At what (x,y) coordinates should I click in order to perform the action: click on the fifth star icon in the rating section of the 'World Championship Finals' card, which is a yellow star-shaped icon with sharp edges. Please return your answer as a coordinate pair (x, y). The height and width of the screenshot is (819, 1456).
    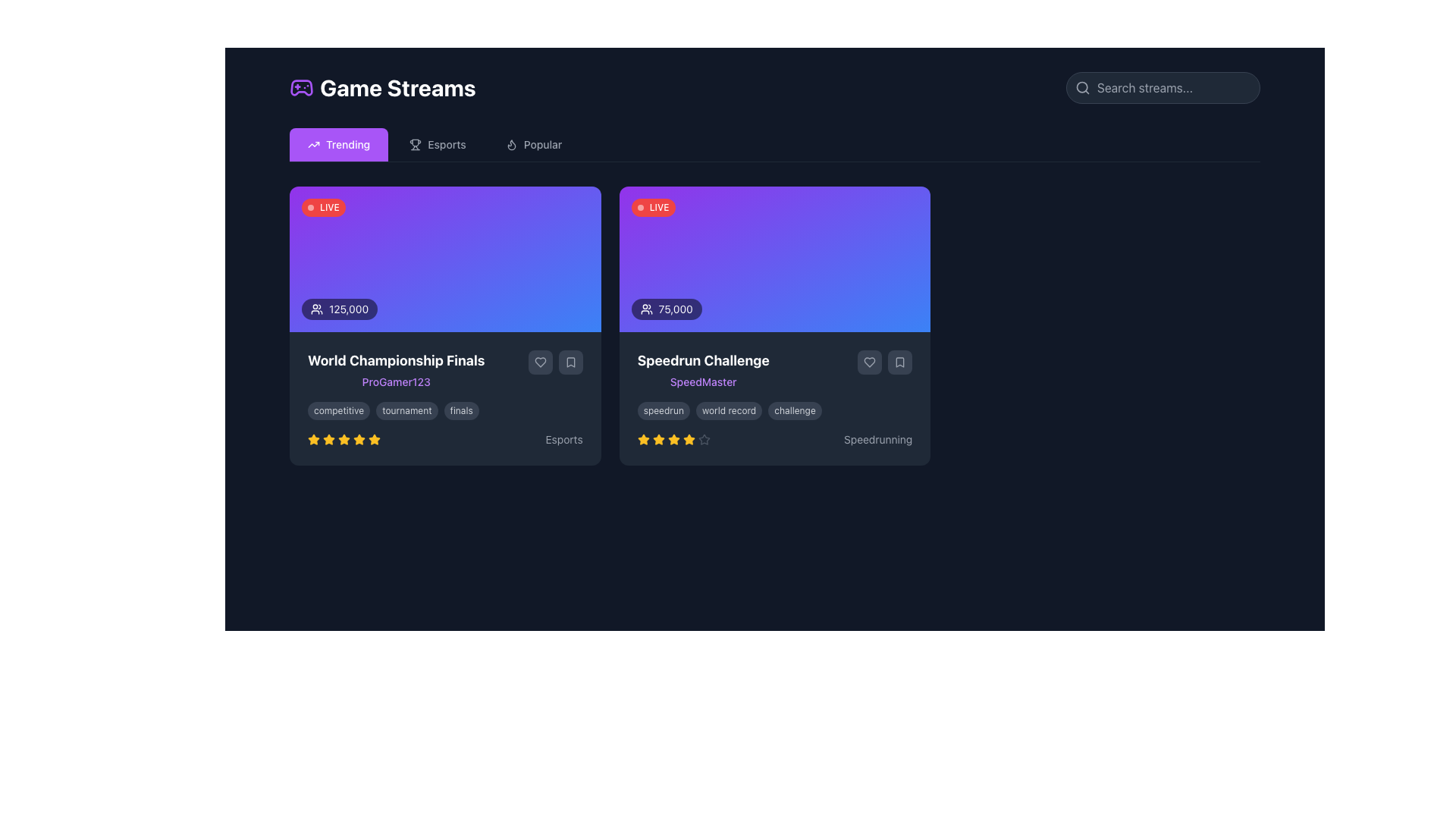
    Looking at the image, I should click on (375, 439).